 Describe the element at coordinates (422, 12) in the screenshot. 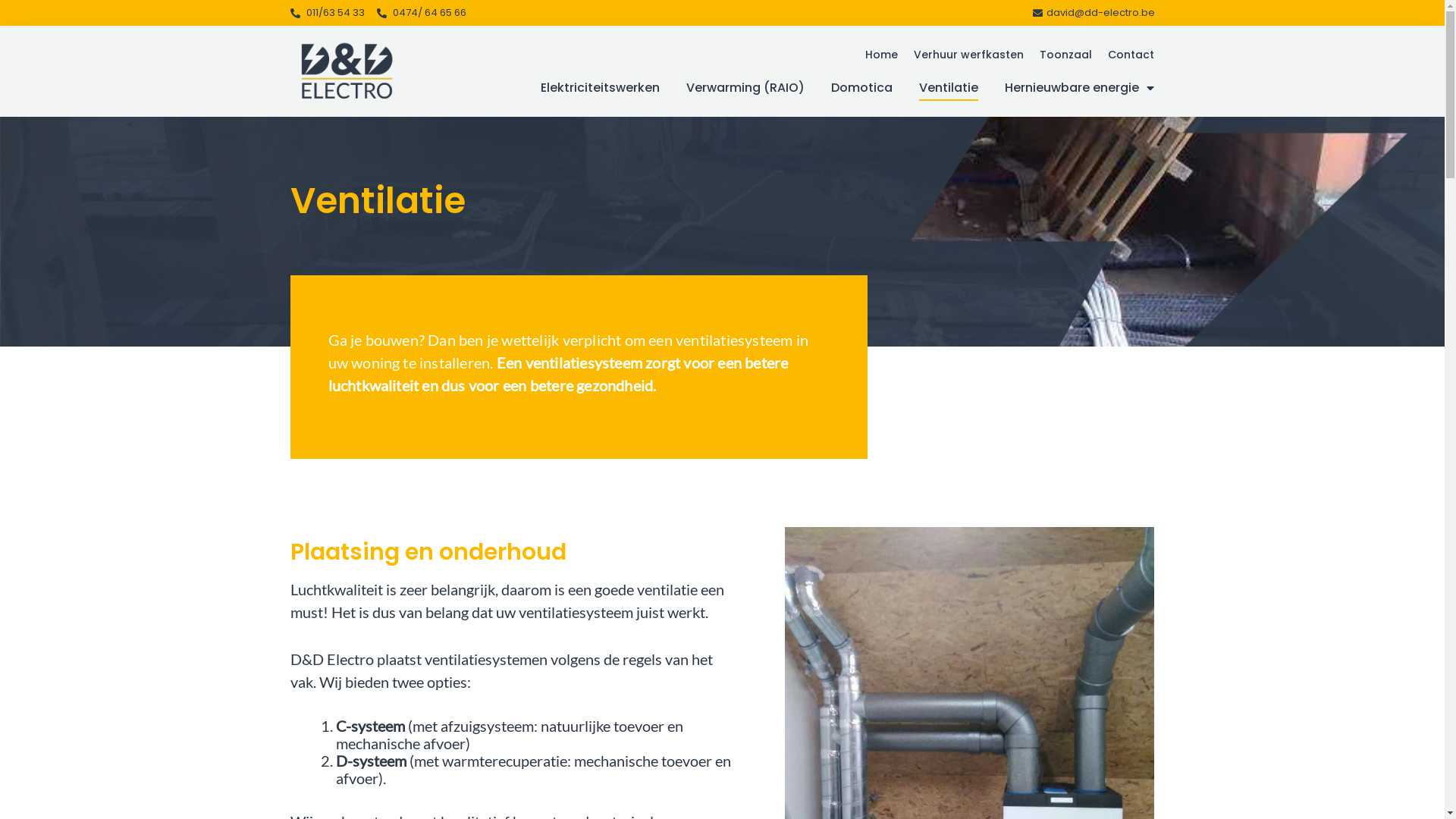

I see `'0474/ 64 65 66'` at that location.